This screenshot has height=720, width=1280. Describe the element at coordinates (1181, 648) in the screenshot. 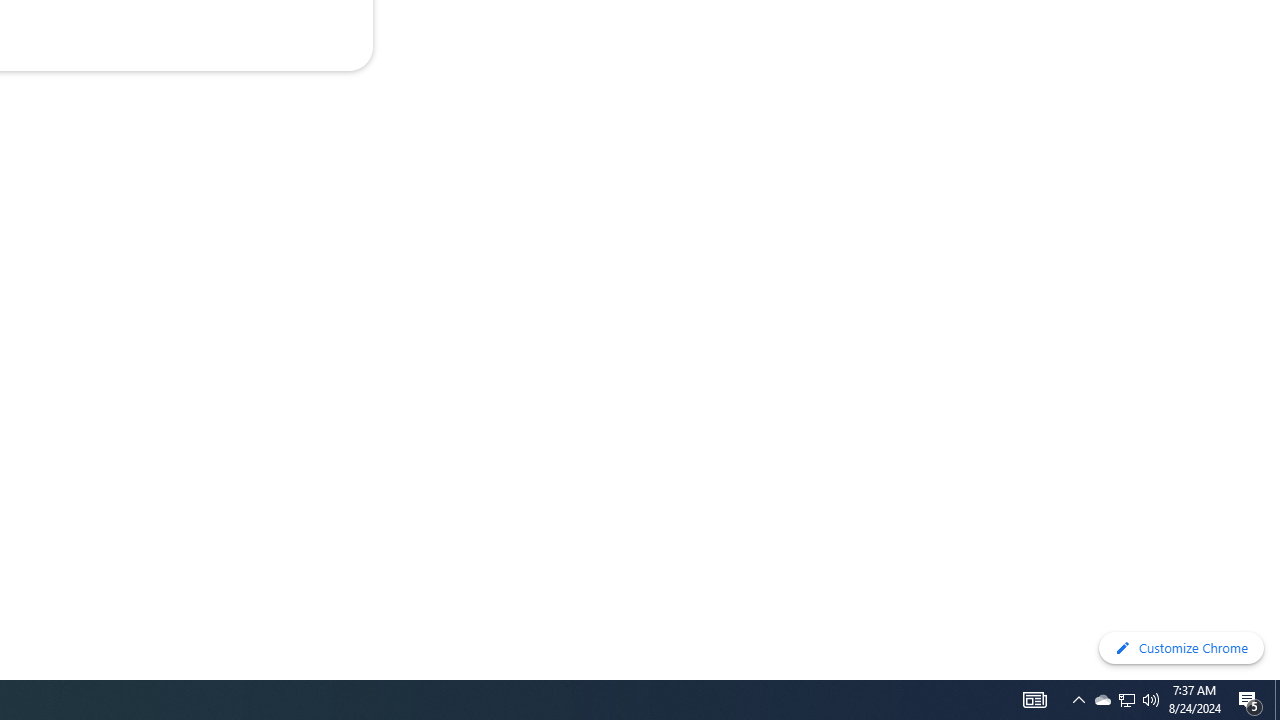

I see `'Customize Chrome'` at that location.